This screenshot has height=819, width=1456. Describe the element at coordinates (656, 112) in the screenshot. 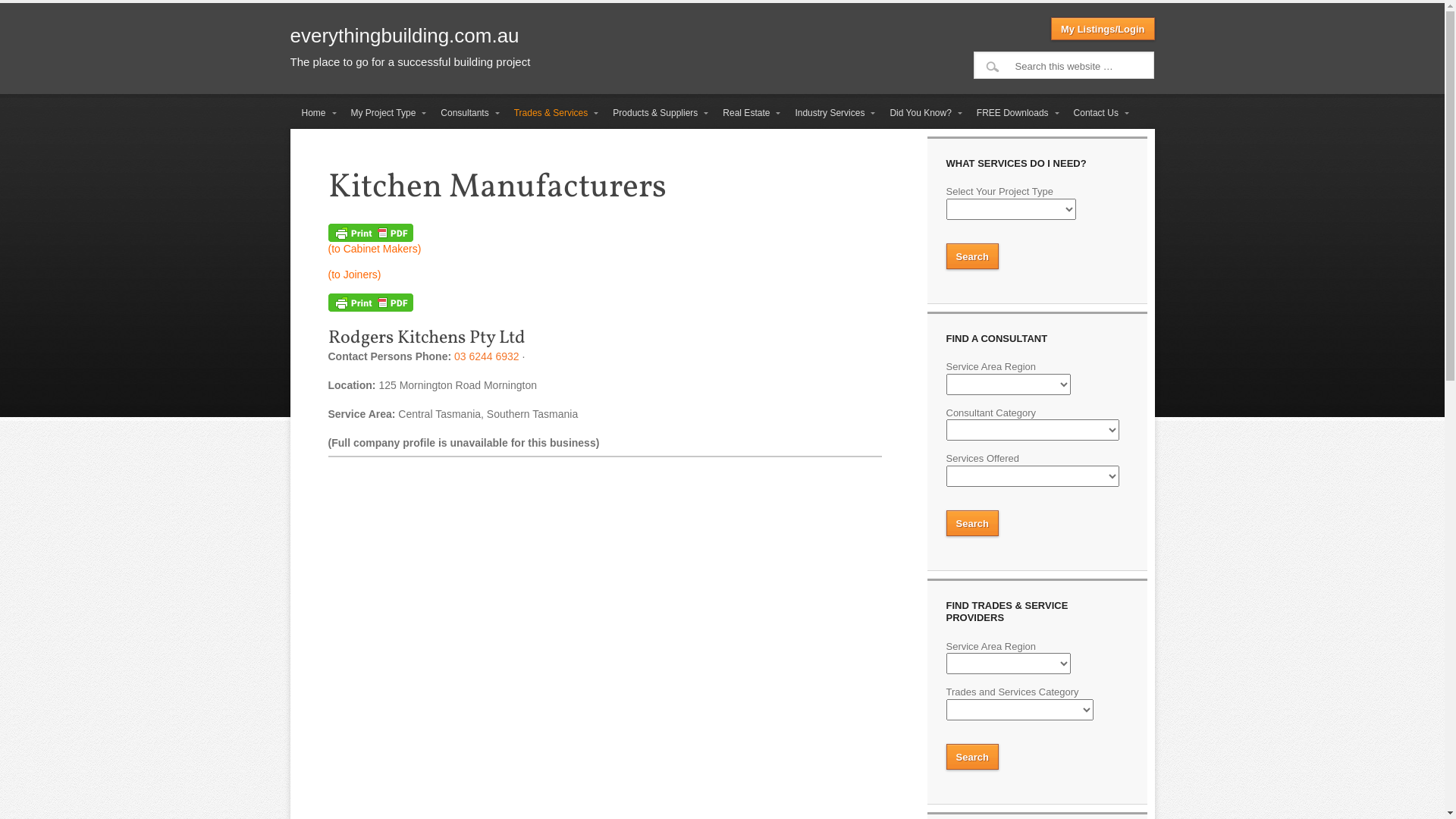

I see `'Products & Suppliers'` at that location.